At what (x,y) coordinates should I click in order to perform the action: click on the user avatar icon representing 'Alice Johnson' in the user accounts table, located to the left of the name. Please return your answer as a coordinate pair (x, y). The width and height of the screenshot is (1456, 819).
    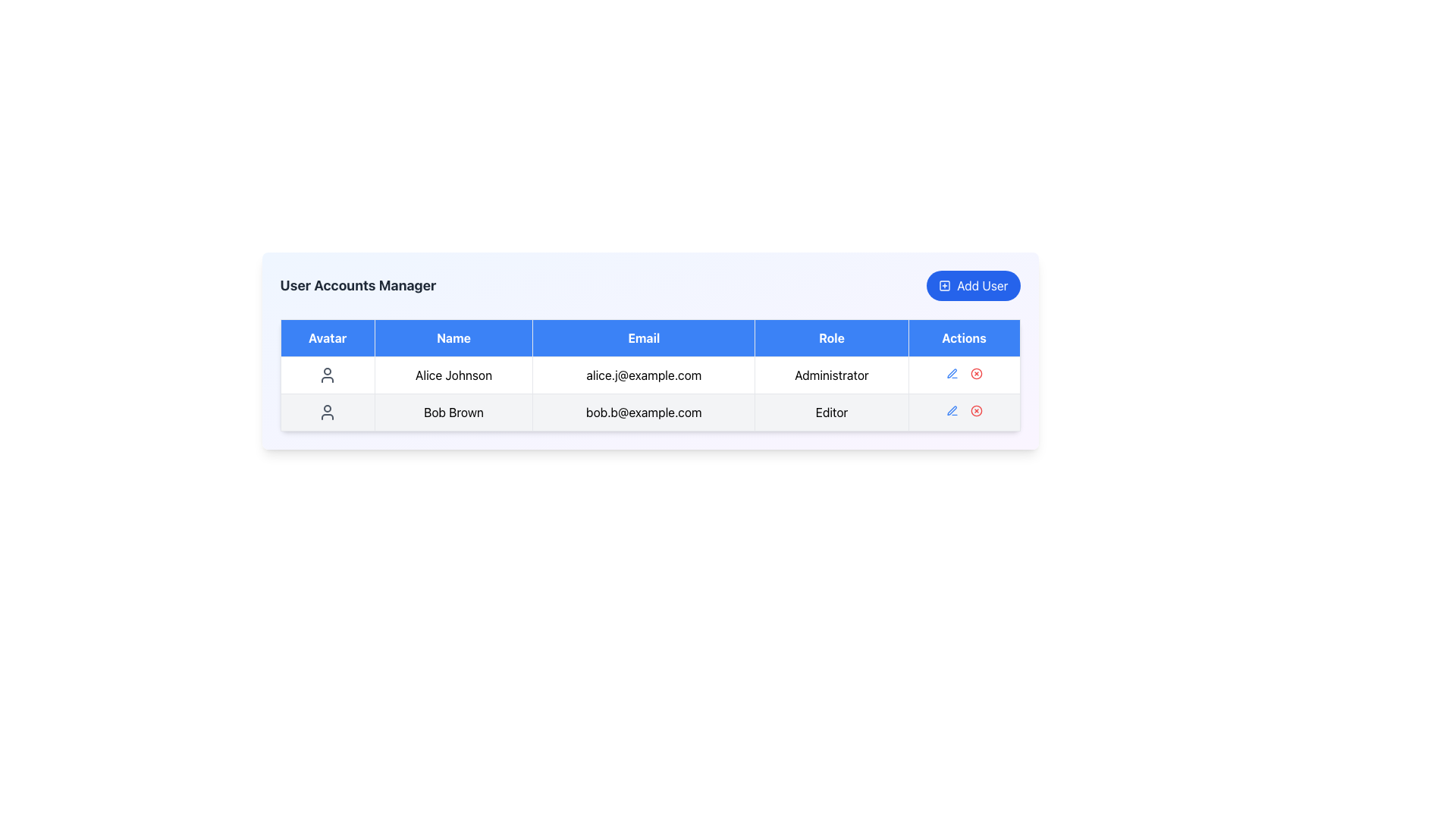
    Looking at the image, I should click on (327, 375).